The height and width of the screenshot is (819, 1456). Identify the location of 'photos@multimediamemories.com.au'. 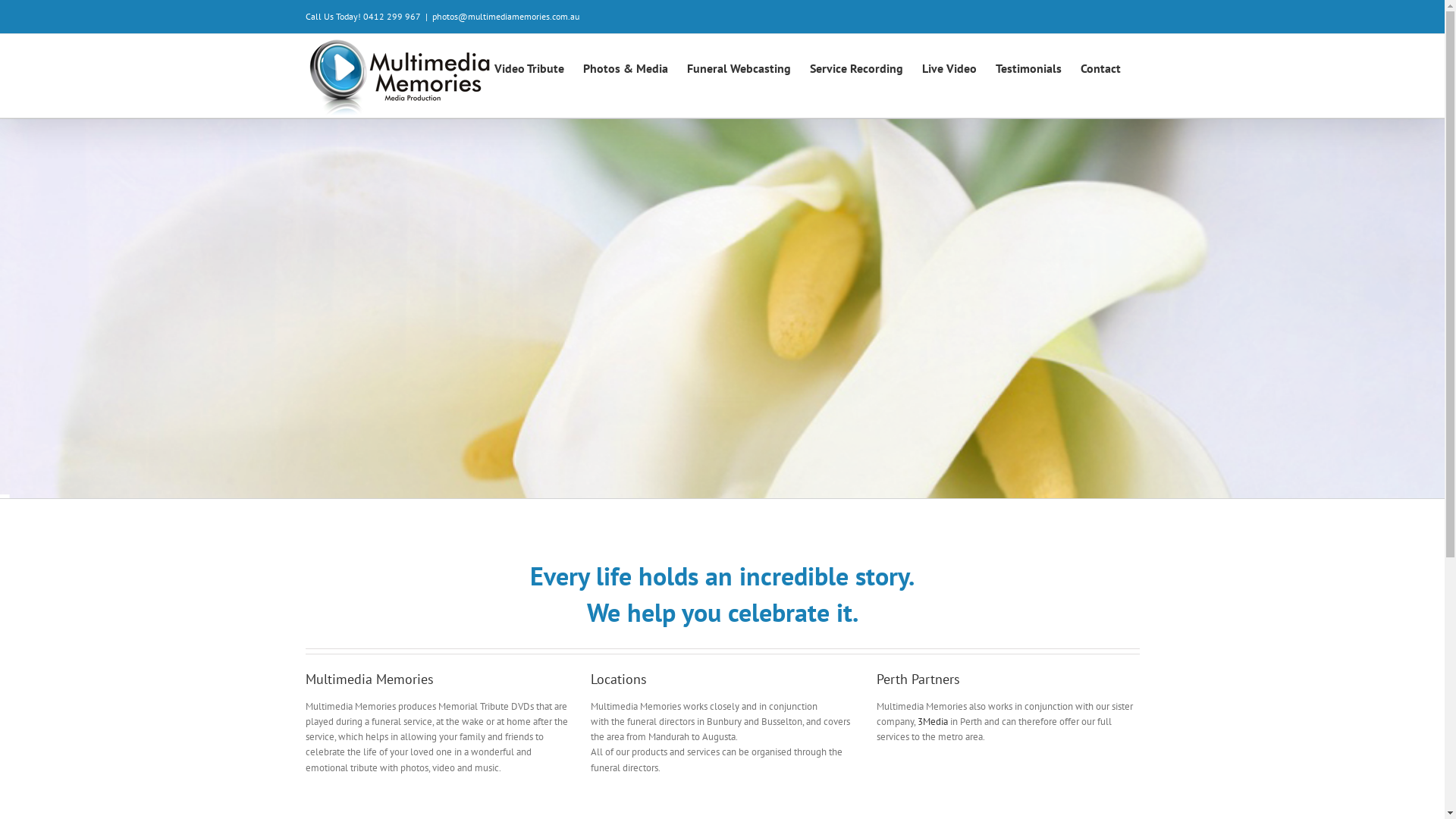
(506, 16).